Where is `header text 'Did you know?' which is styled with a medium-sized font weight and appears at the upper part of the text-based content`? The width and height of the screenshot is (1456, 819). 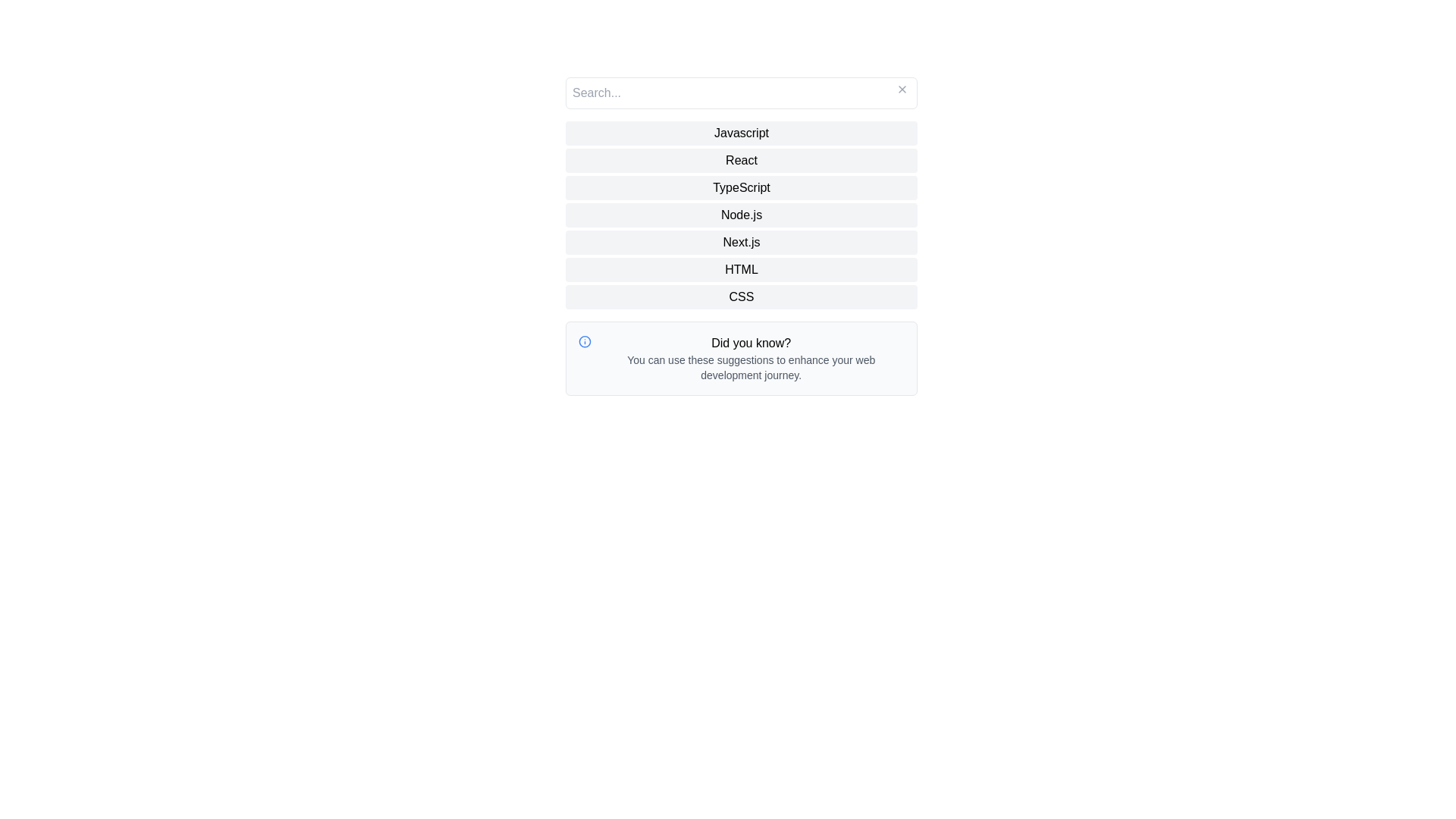 header text 'Did you know?' which is styled with a medium-sized font weight and appears at the upper part of the text-based content is located at coordinates (751, 343).